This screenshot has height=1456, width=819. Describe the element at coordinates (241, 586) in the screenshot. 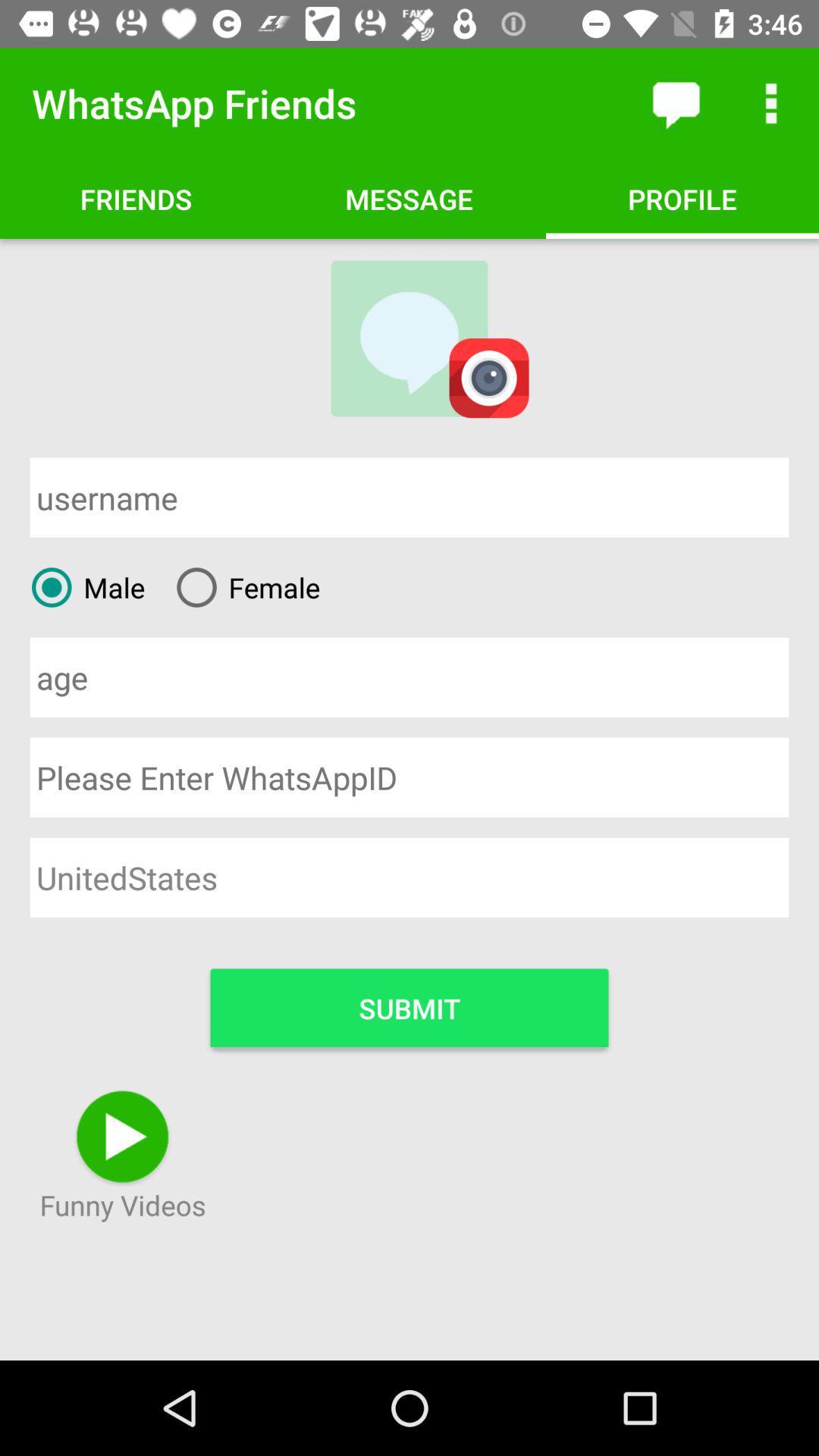

I see `the item to the right of male` at that location.